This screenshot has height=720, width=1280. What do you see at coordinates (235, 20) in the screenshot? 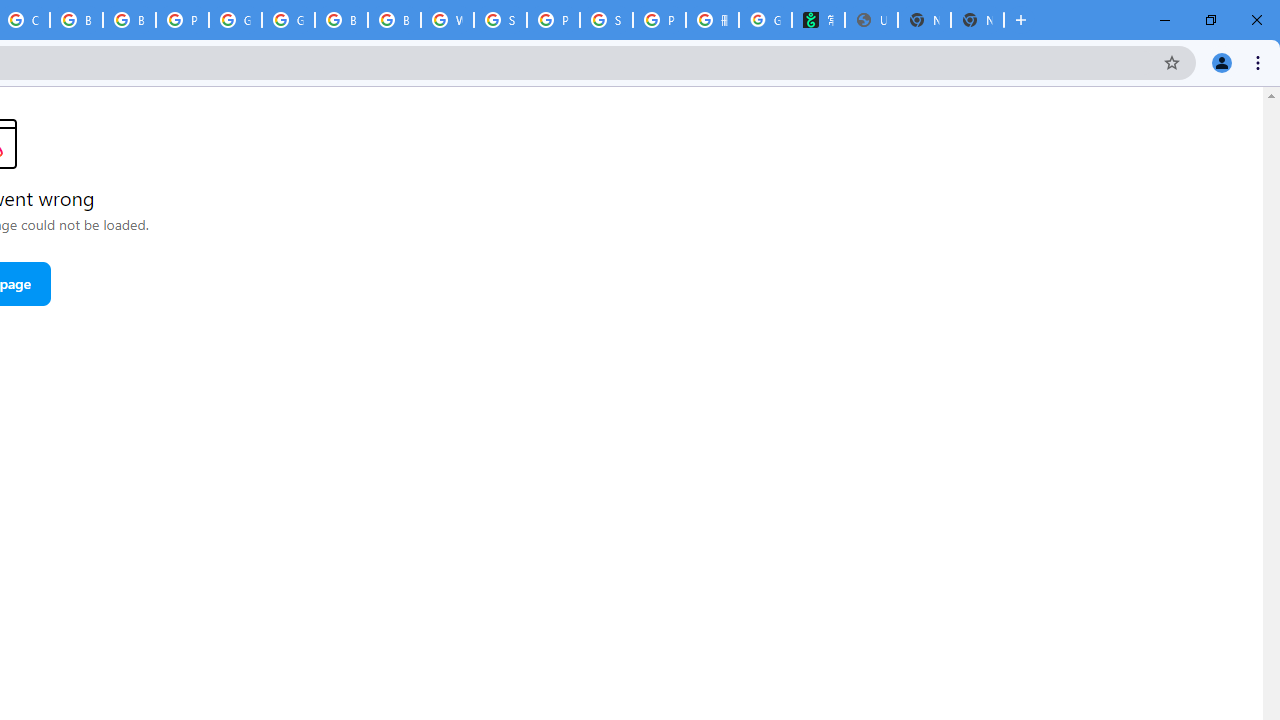
I see `'Google Cloud Platform'` at bounding box center [235, 20].